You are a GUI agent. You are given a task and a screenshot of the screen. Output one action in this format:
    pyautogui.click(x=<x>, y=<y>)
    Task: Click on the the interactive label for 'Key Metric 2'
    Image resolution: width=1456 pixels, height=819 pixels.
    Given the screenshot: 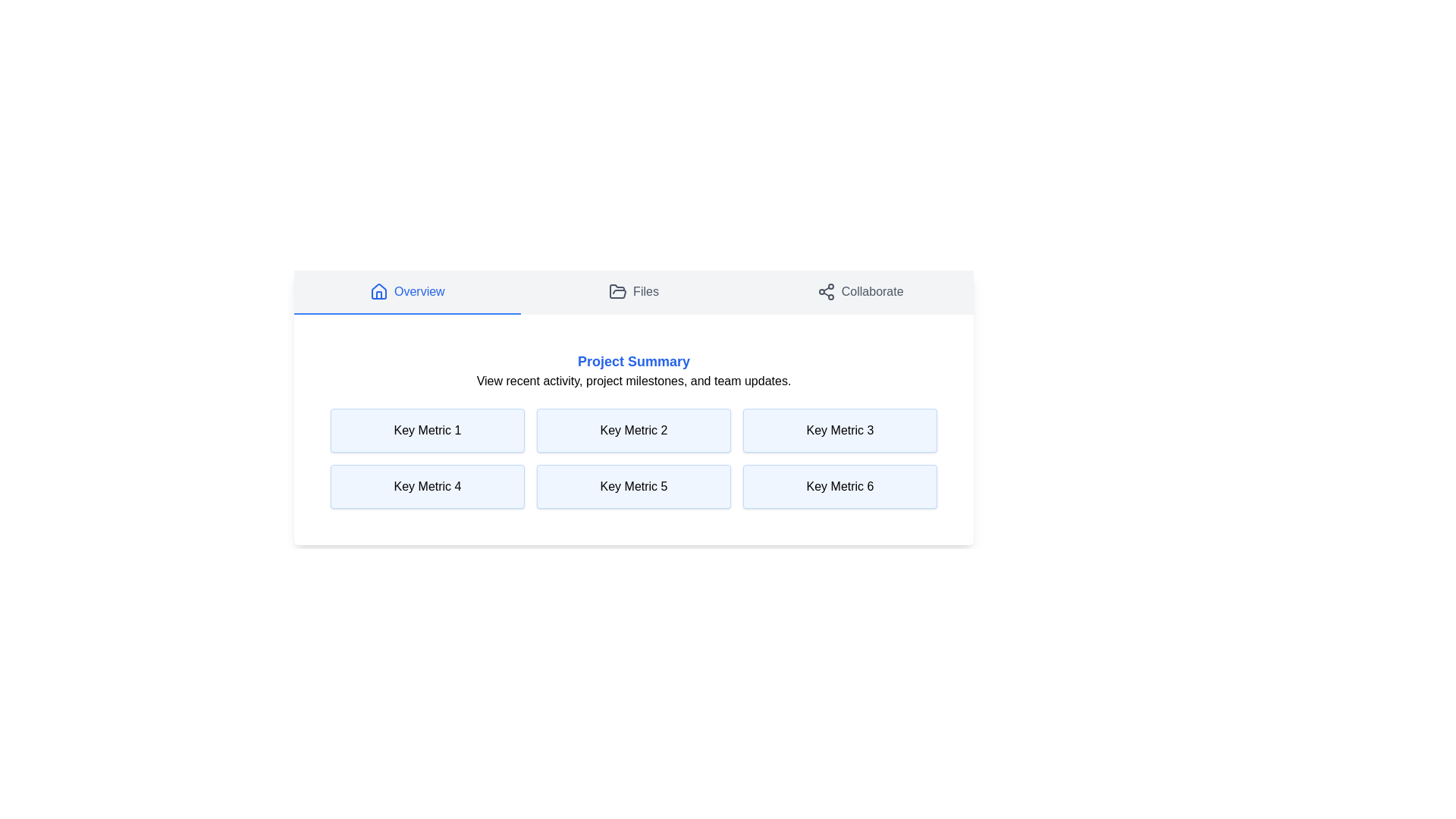 What is the action you would take?
    pyautogui.click(x=633, y=430)
    